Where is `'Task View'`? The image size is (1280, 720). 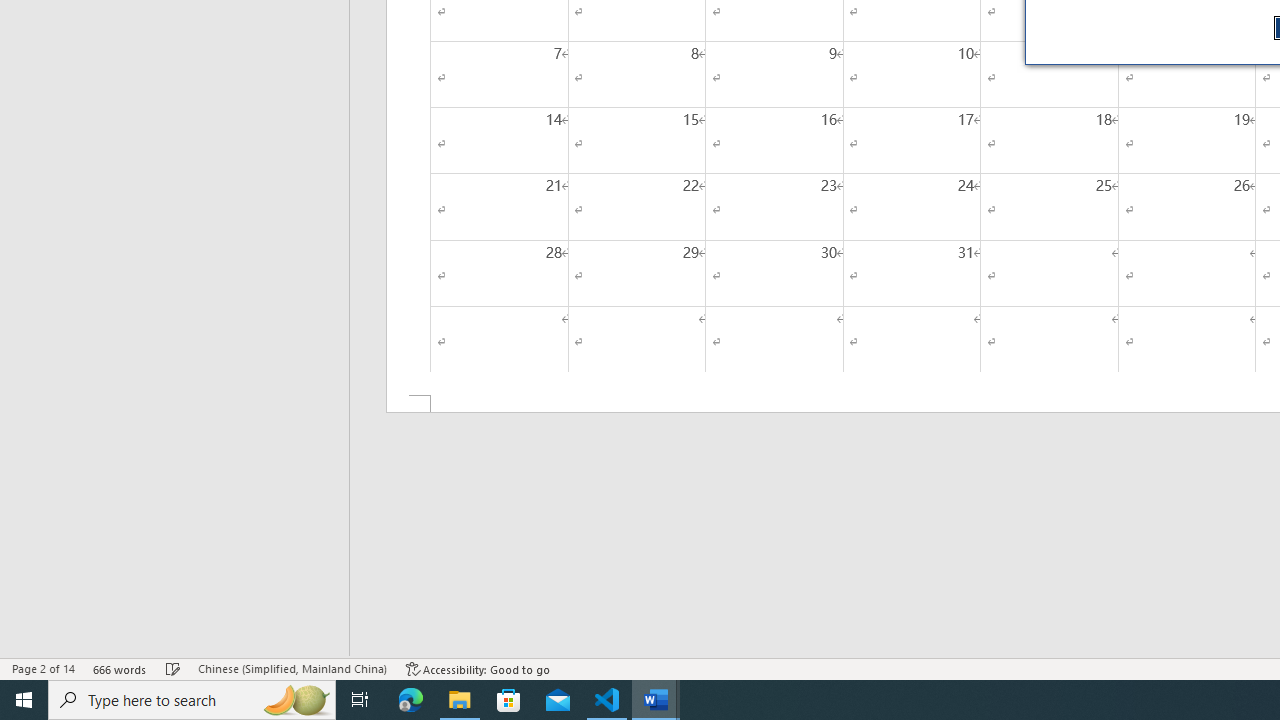 'Task View' is located at coordinates (359, 698).